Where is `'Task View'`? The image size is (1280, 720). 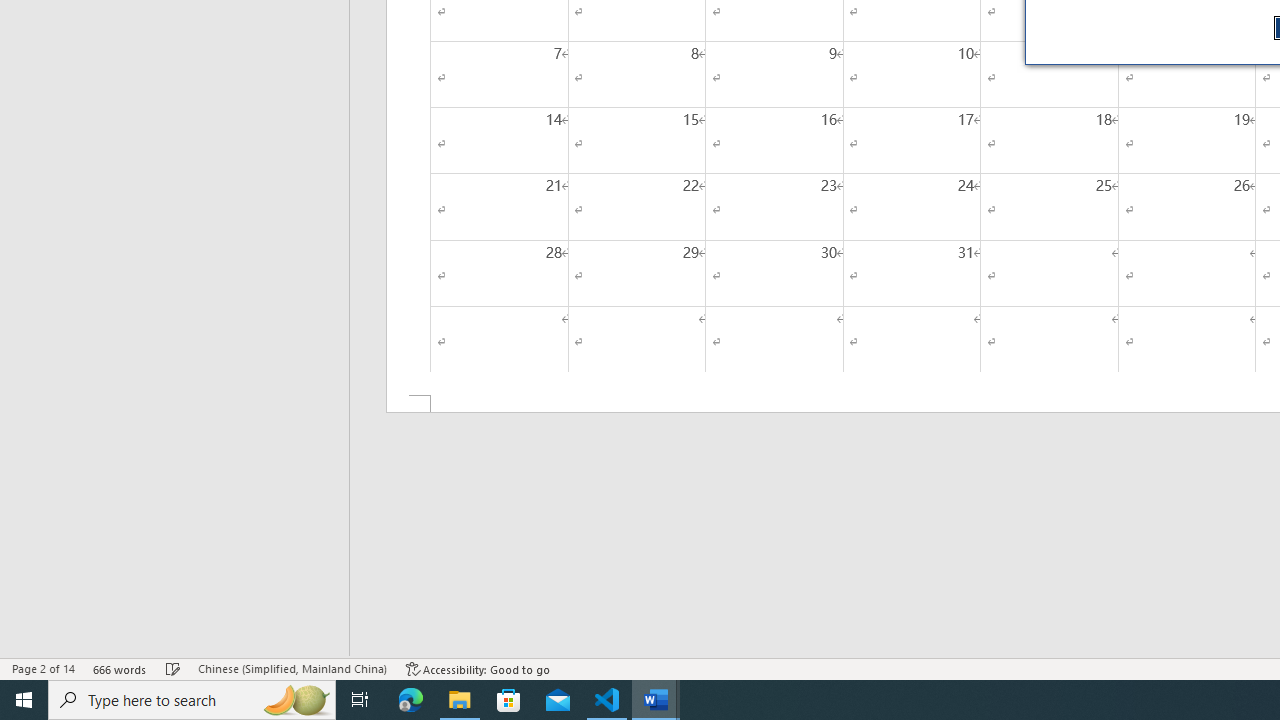 'Task View' is located at coordinates (359, 698).